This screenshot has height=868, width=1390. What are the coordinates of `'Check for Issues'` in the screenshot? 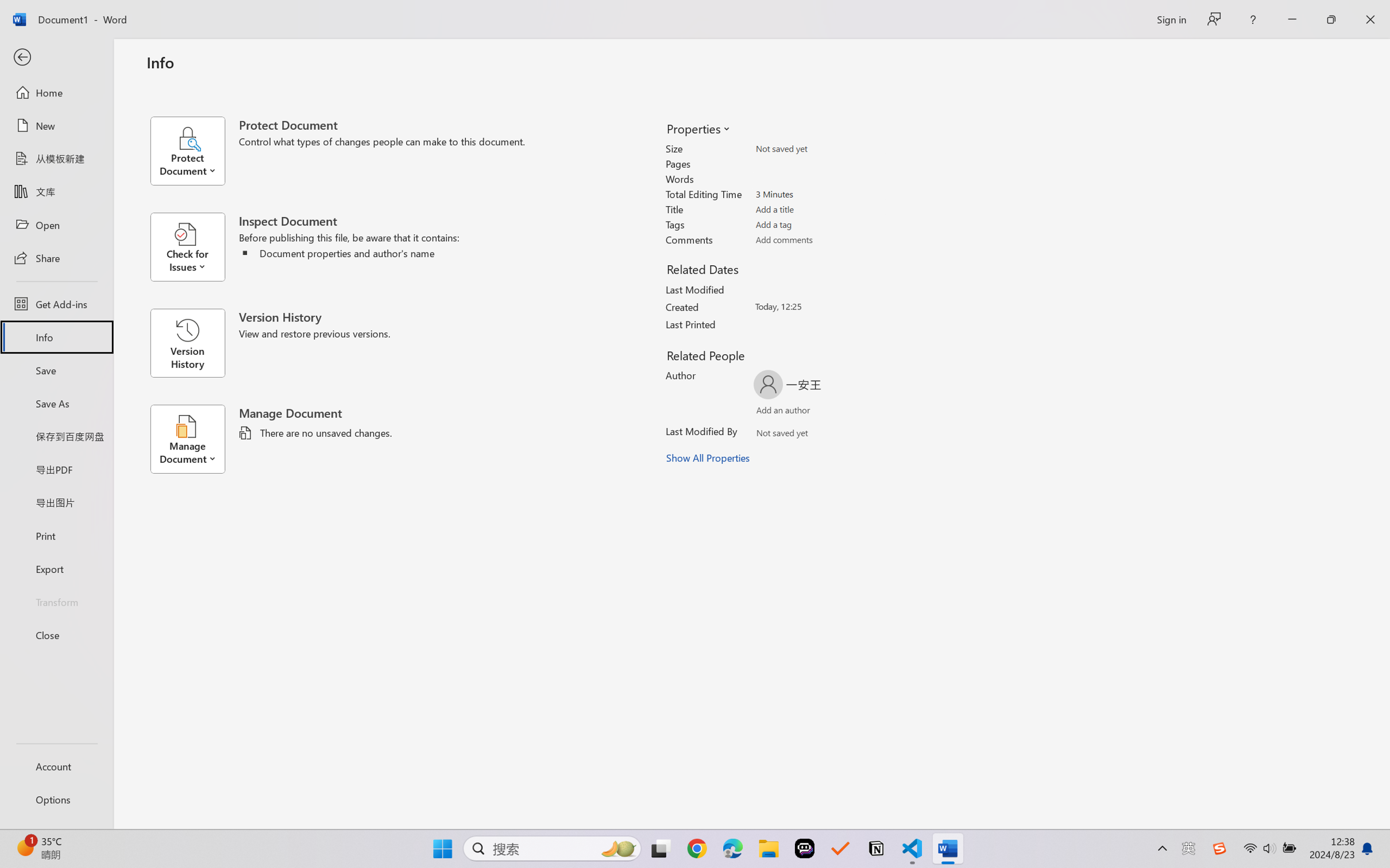 It's located at (194, 246).